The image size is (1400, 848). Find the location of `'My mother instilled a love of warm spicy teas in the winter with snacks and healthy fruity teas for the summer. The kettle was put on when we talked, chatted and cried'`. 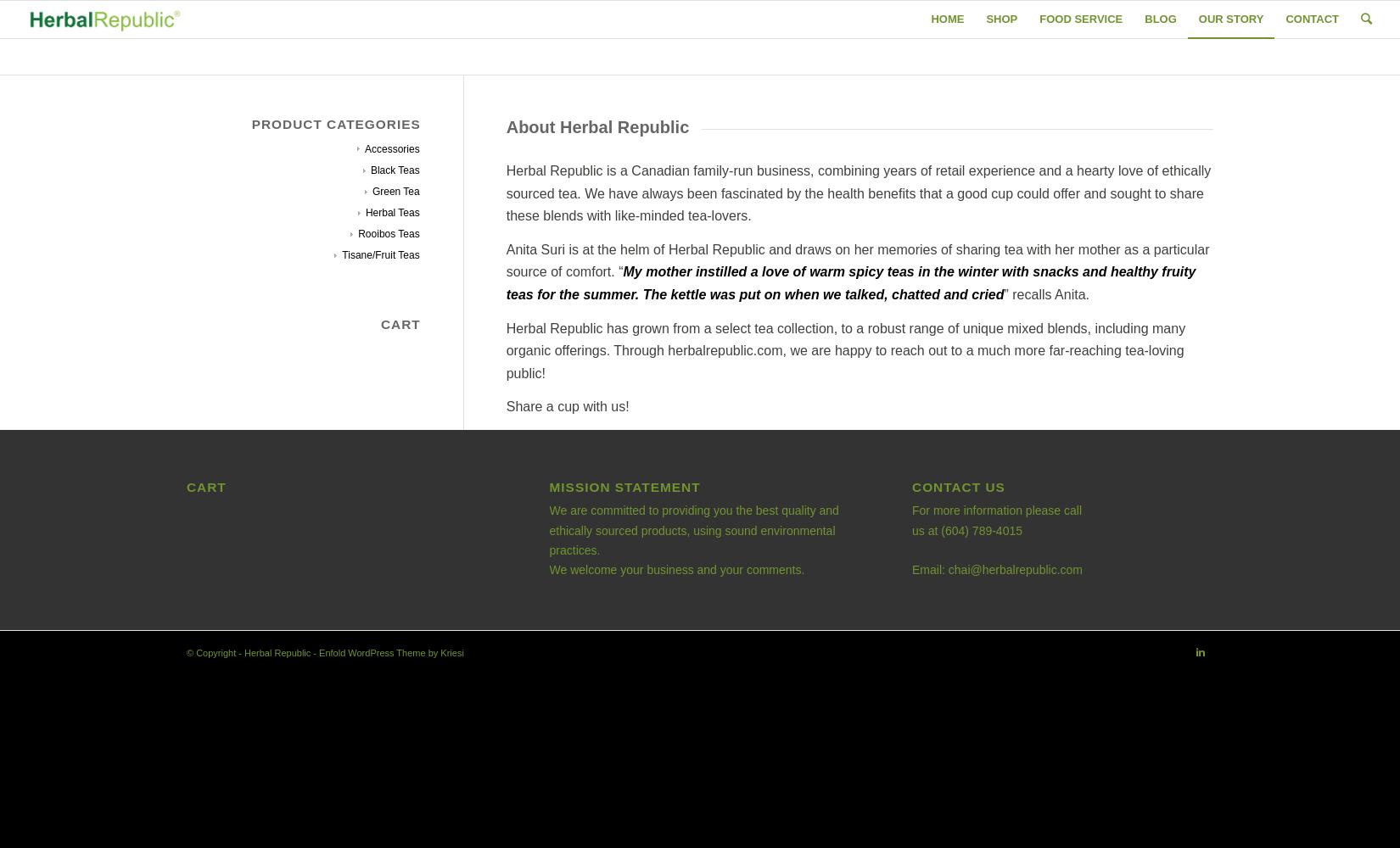

'My mother instilled a love of warm spicy teas in the winter with snacks and healthy fruity teas for the summer. The kettle was put on when we talked, chatted and cried' is located at coordinates (504, 282).